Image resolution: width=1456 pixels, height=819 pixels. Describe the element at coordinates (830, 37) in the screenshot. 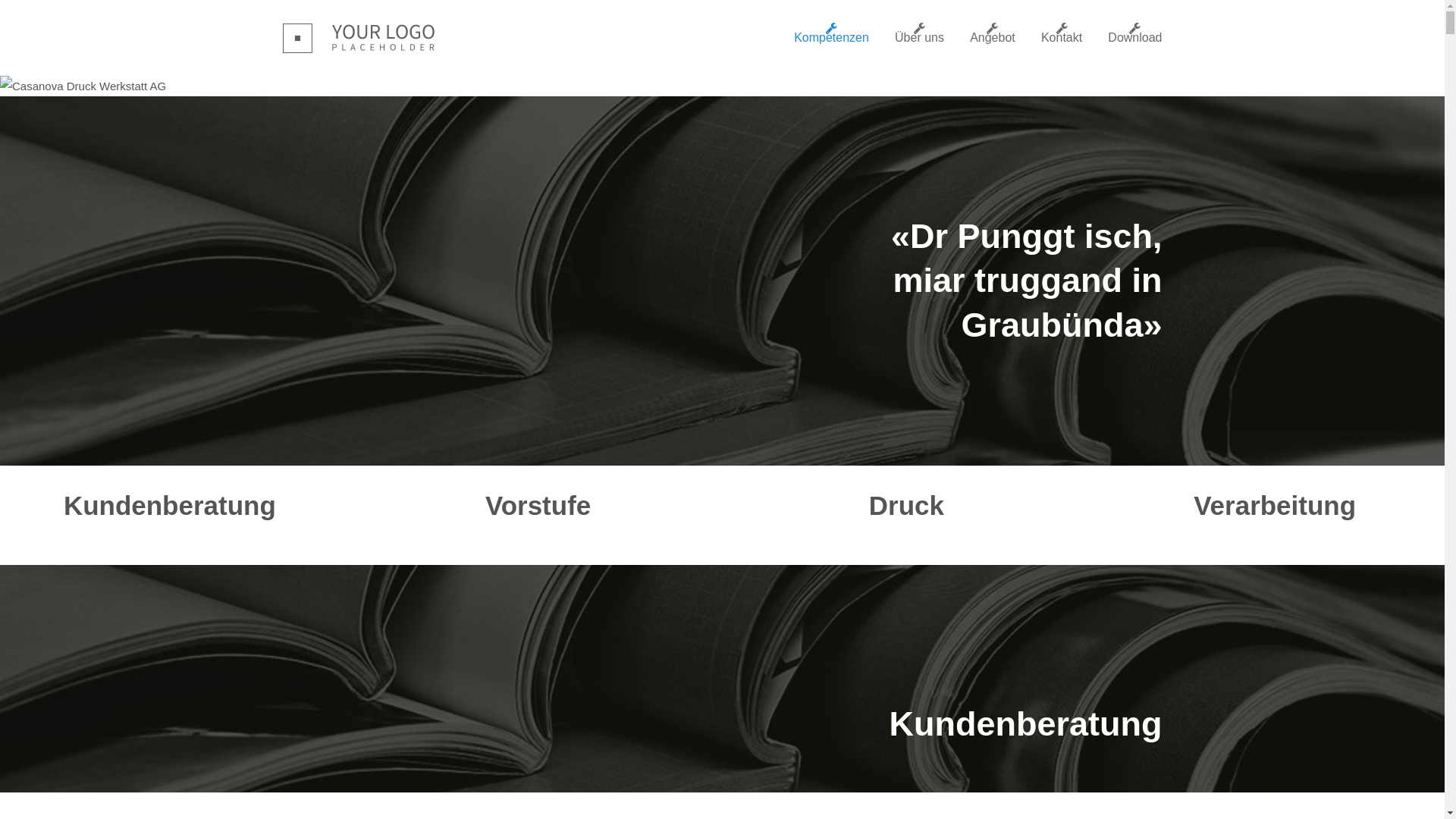

I see `'Kompetenzen'` at that location.